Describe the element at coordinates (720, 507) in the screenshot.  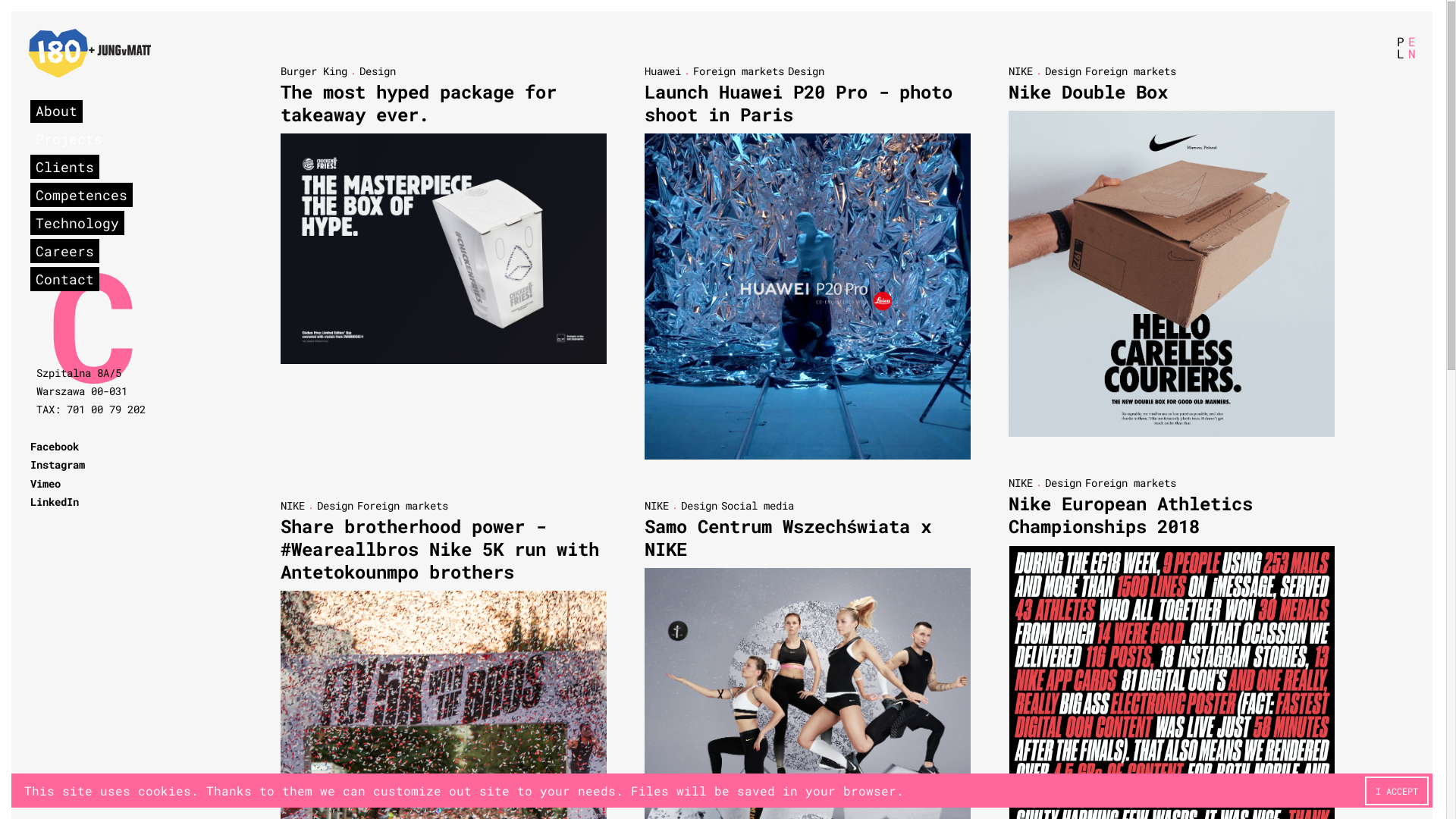
I see `'Social media'` at that location.